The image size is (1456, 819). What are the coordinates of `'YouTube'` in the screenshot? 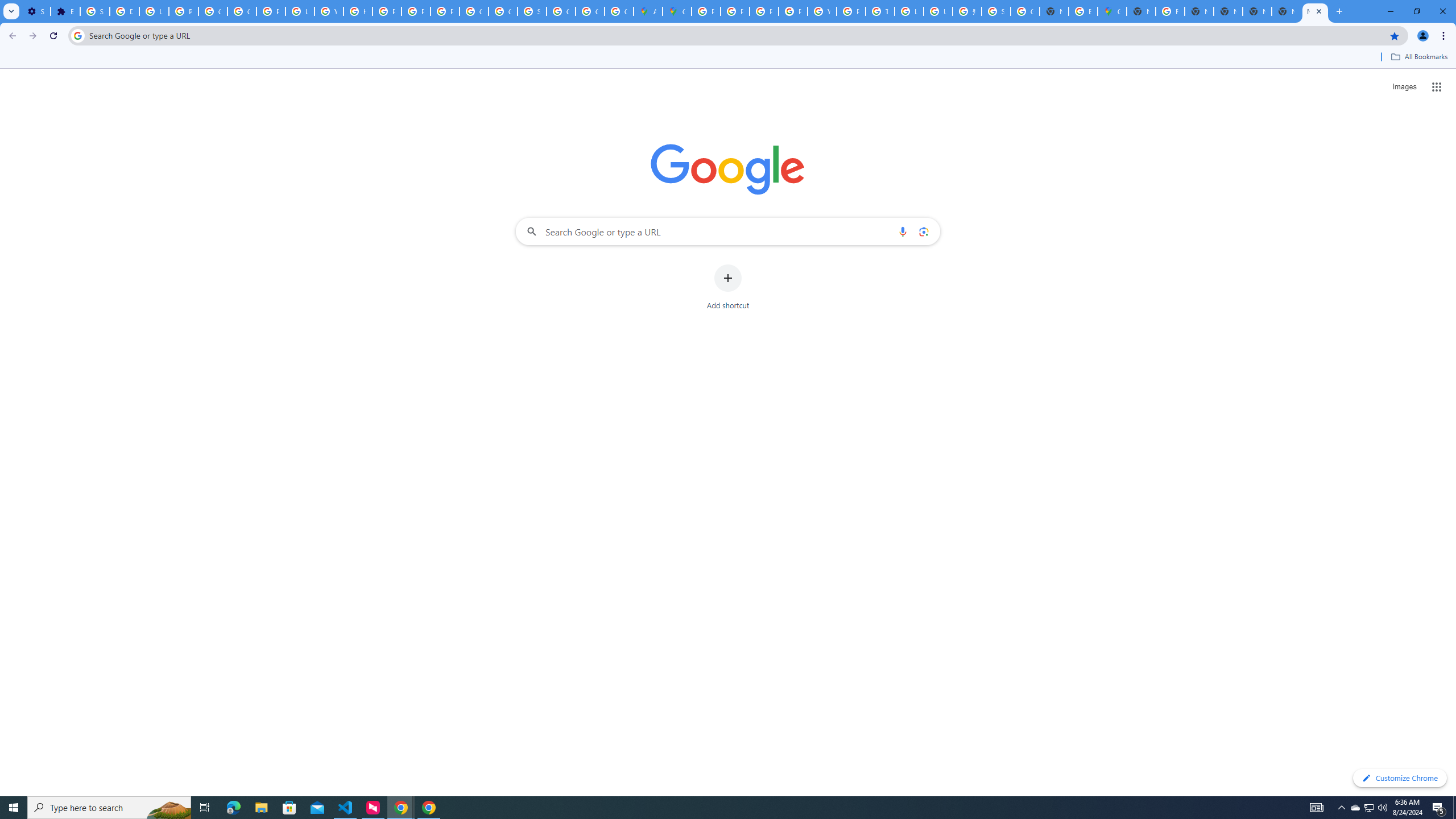 It's located at (821, 11).